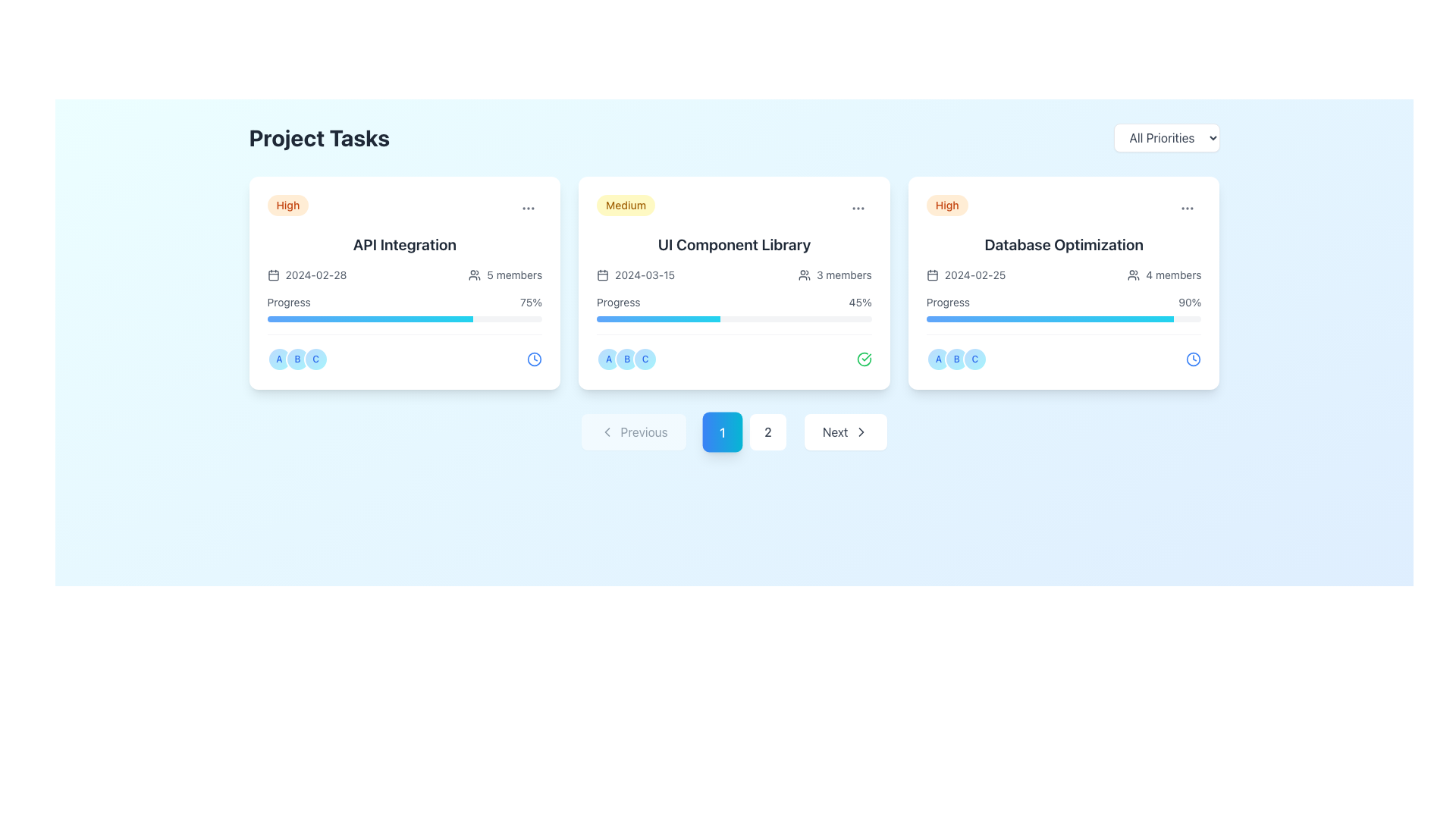  Describe the element at coordinates (505, 275) in the screenshot. I see `the text element representing the number of team members assigned to a task, located to the right of the calendar icon in the bottom section of the 'API Integration' card` at that location.